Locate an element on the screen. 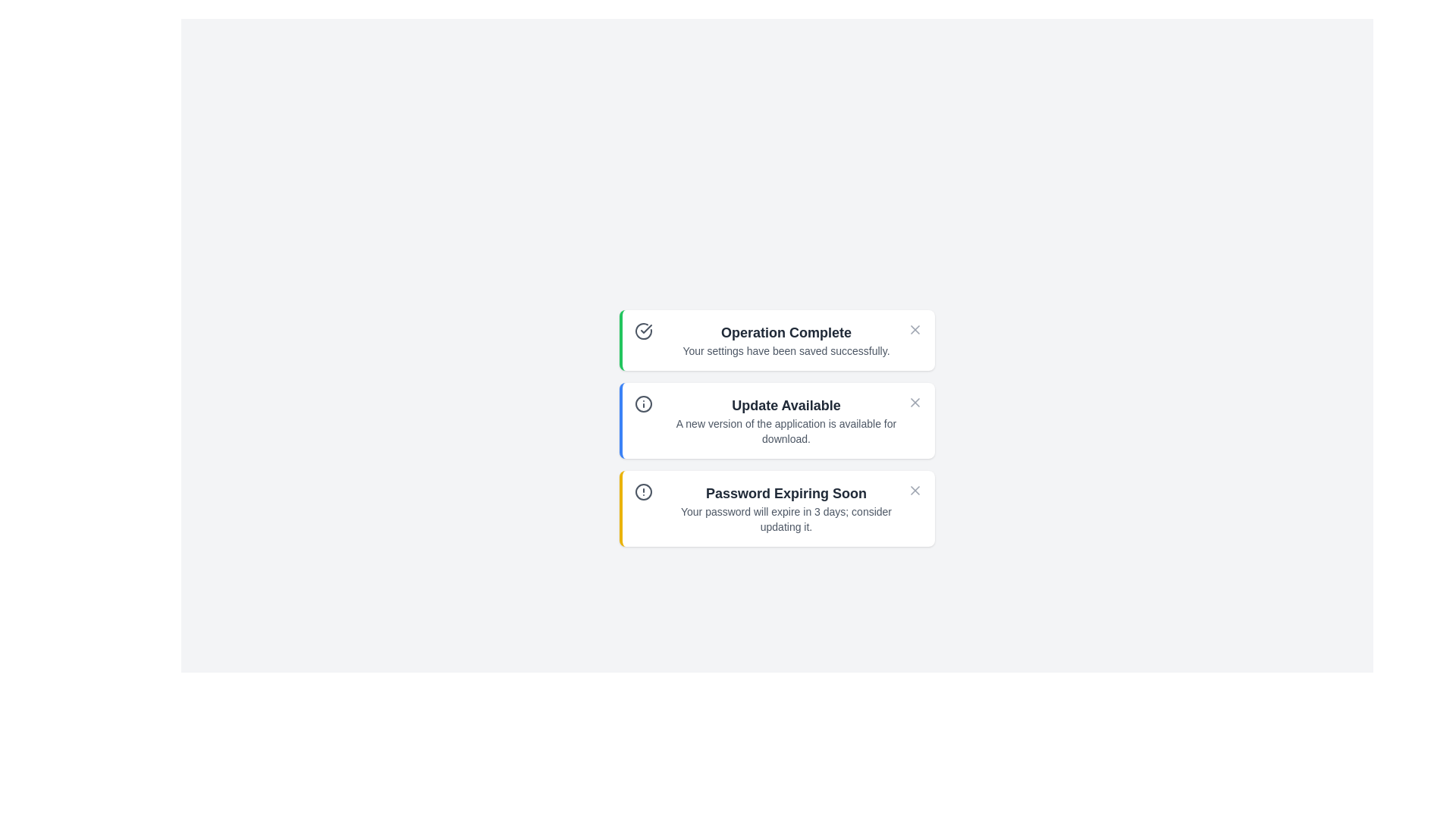  the text label that indicates the user's settings have been successfully saved, located below the 'Operation Complete' text within the notification card is located at coordinates (786, 350).